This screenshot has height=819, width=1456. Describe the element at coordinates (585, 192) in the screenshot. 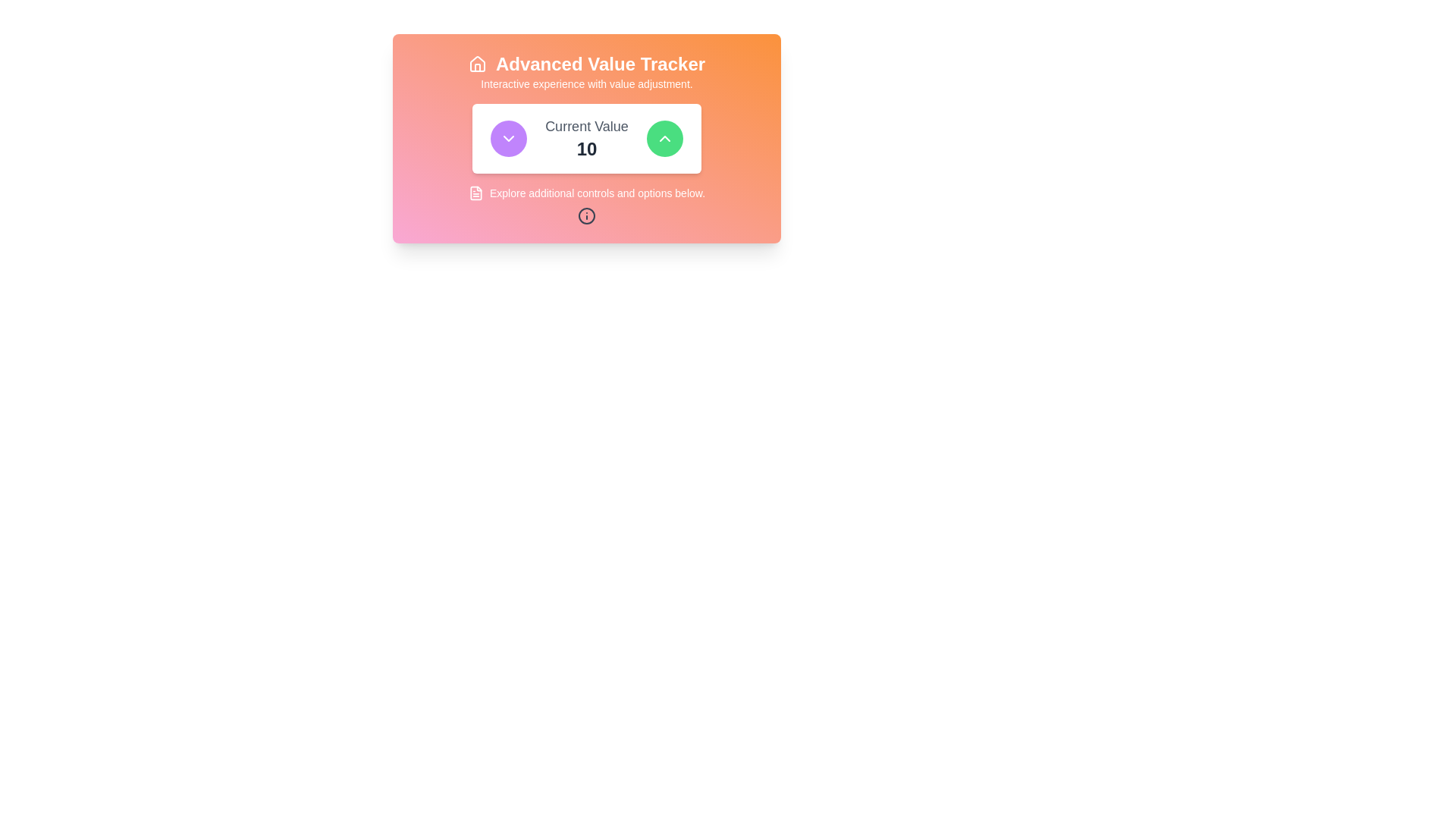

I see `text displayed in the Informative Label with Icon, which shows 'Explore additional controls and options below'` at that location.